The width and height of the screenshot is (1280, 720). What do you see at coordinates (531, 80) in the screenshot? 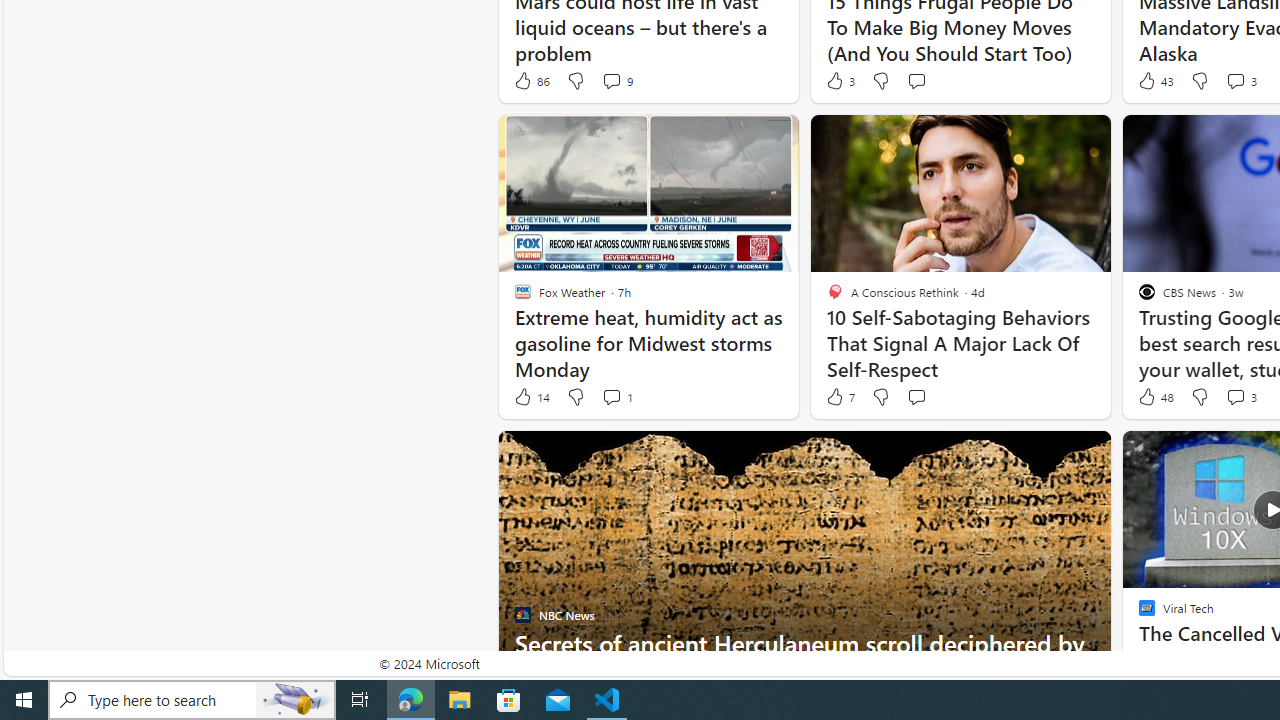
I see `'86 Like'` at bounding box center [531, 80].